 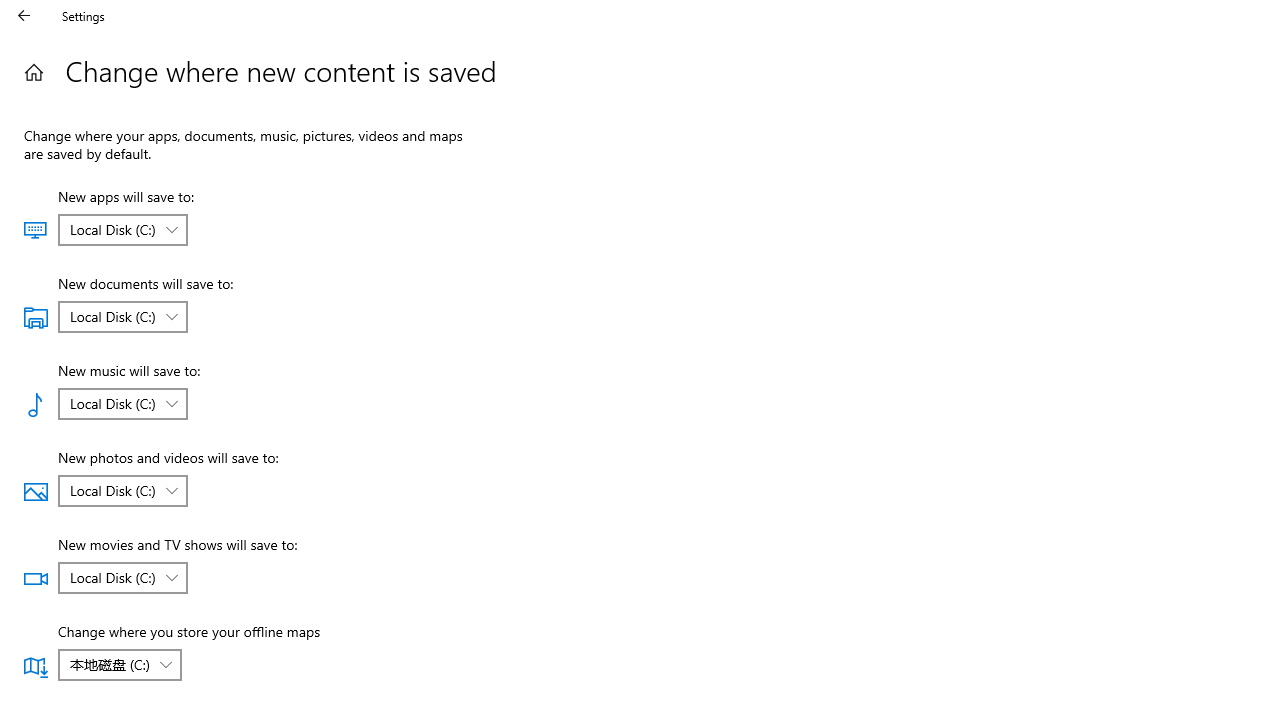 I want to click on 'New apps will save to:', so click(x=121, y=229).